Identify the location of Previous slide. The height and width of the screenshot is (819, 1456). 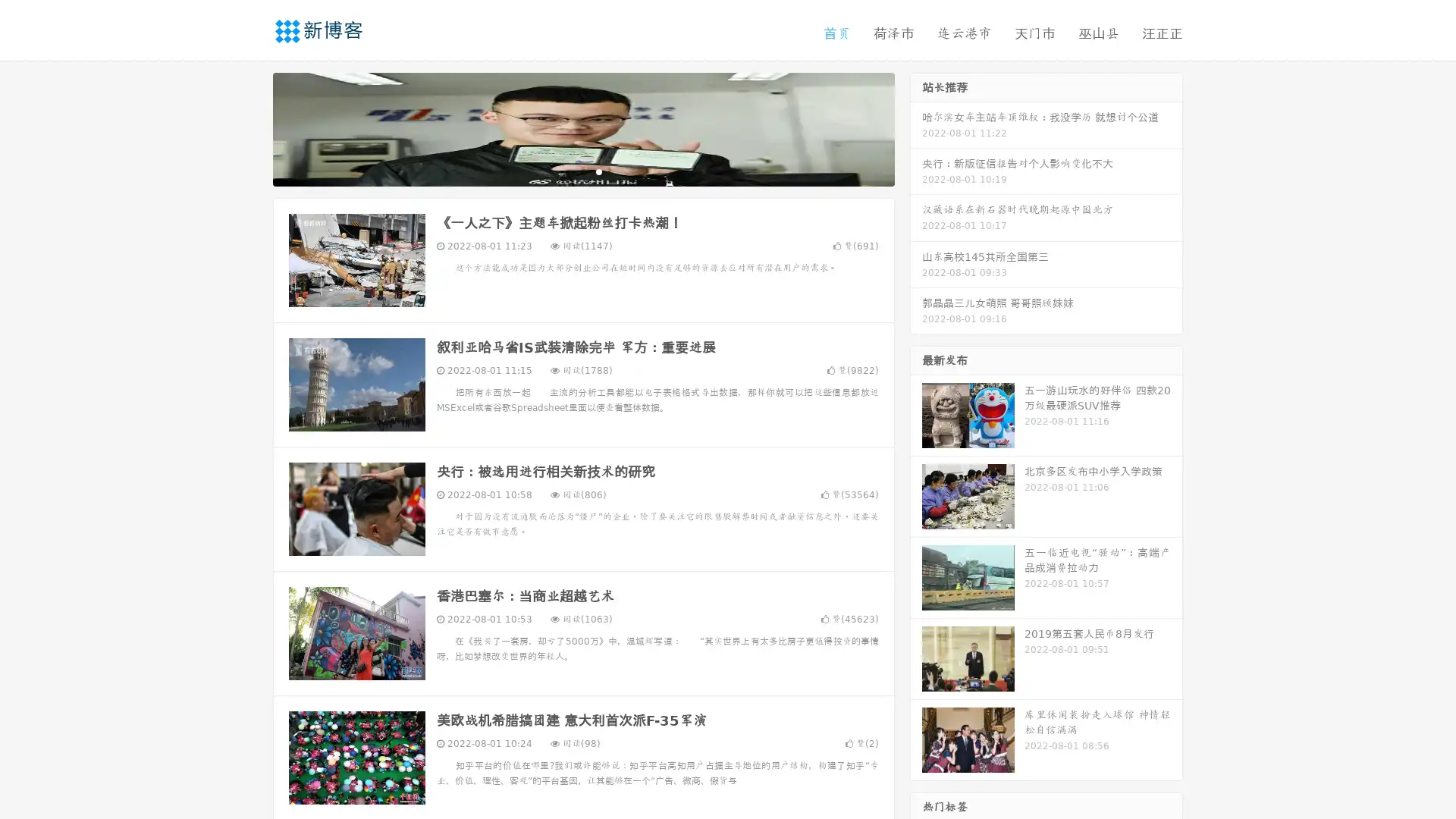
(250, 127).